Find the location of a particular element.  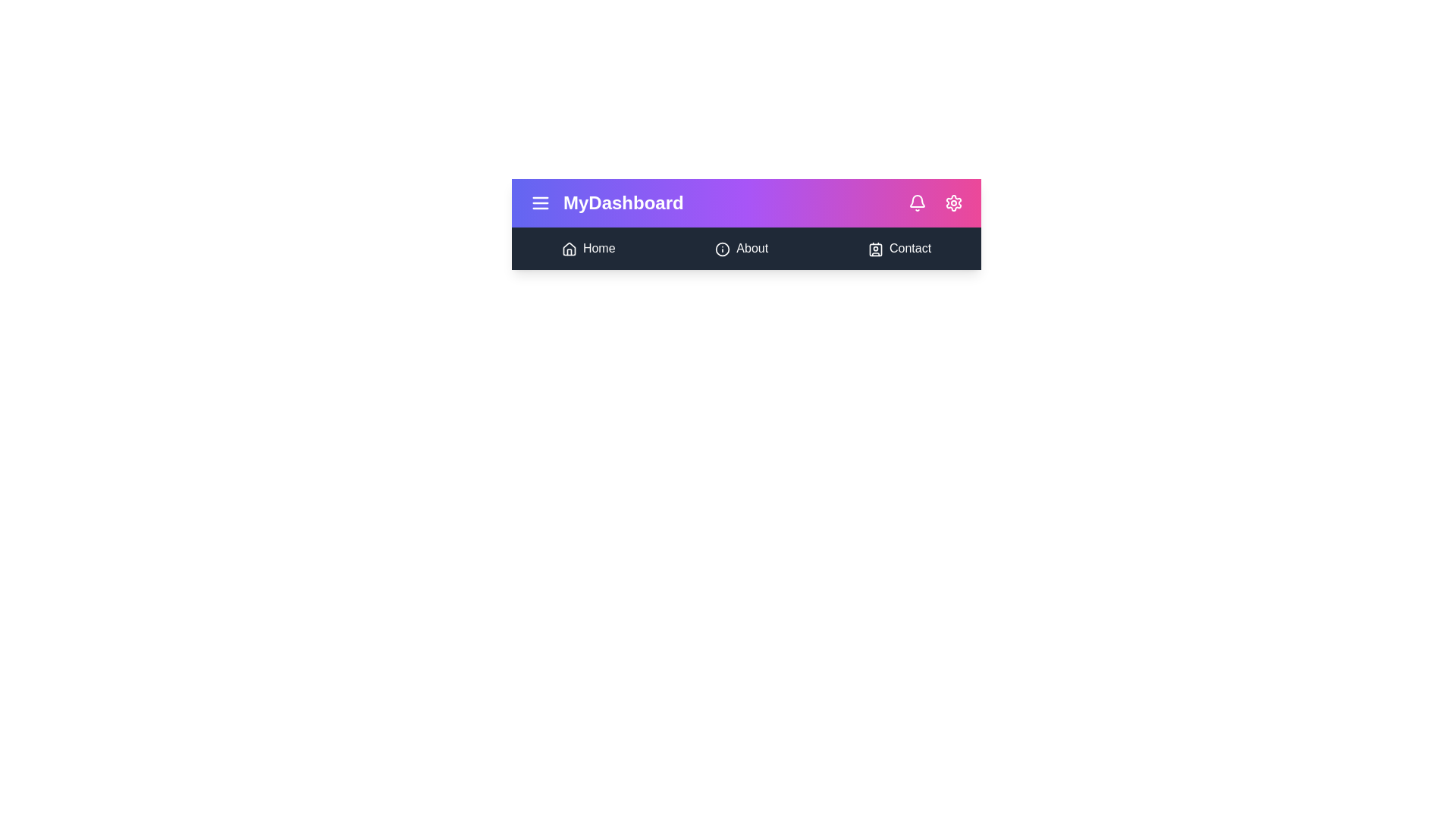

the notification bell icon is located at coordinates (916, 202).